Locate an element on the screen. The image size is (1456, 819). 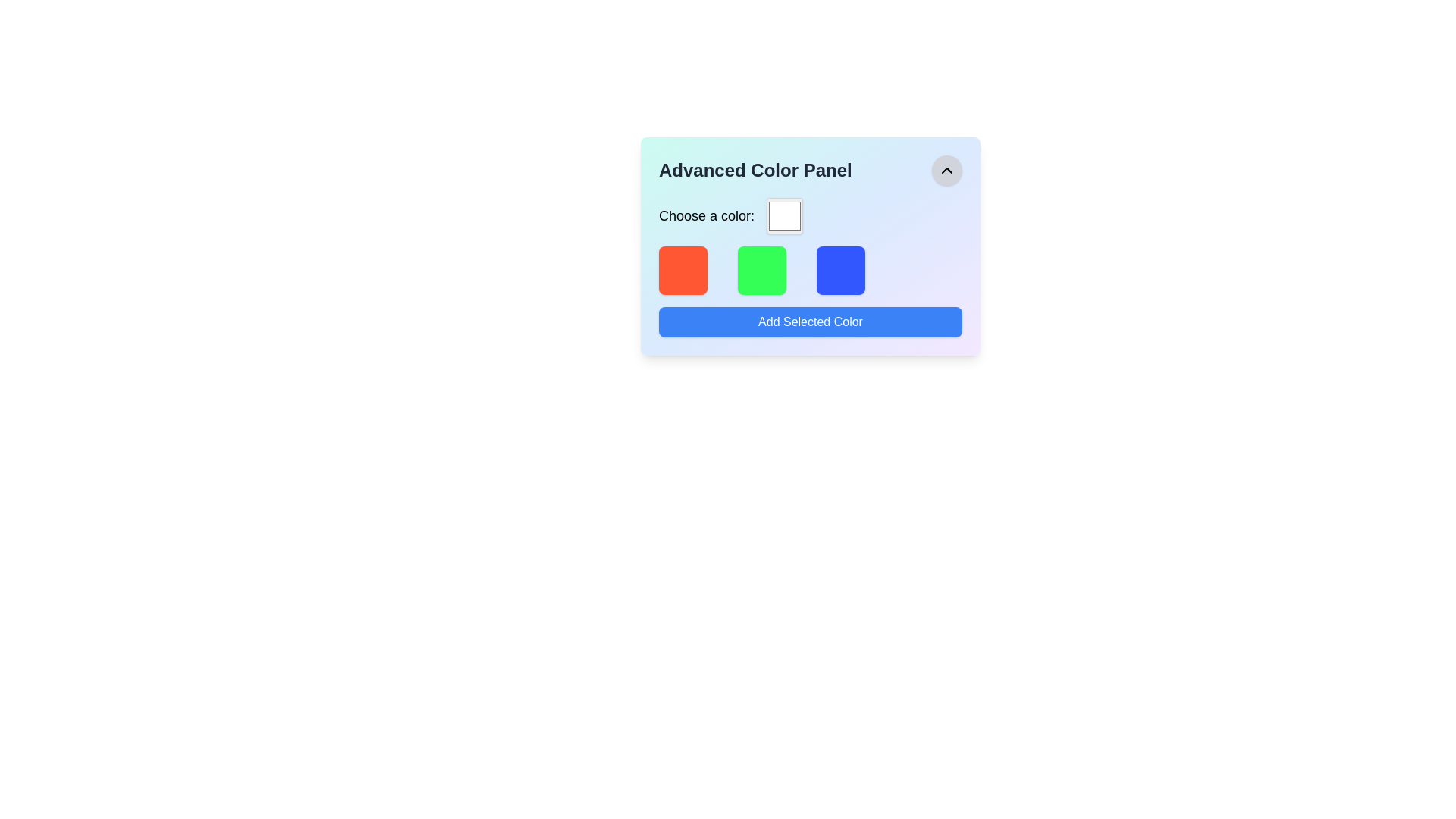
the collapse button located in the top-right corner of the 'Advanced Color Panel' to minimize the panel contents is located at coordinates (946, 170).